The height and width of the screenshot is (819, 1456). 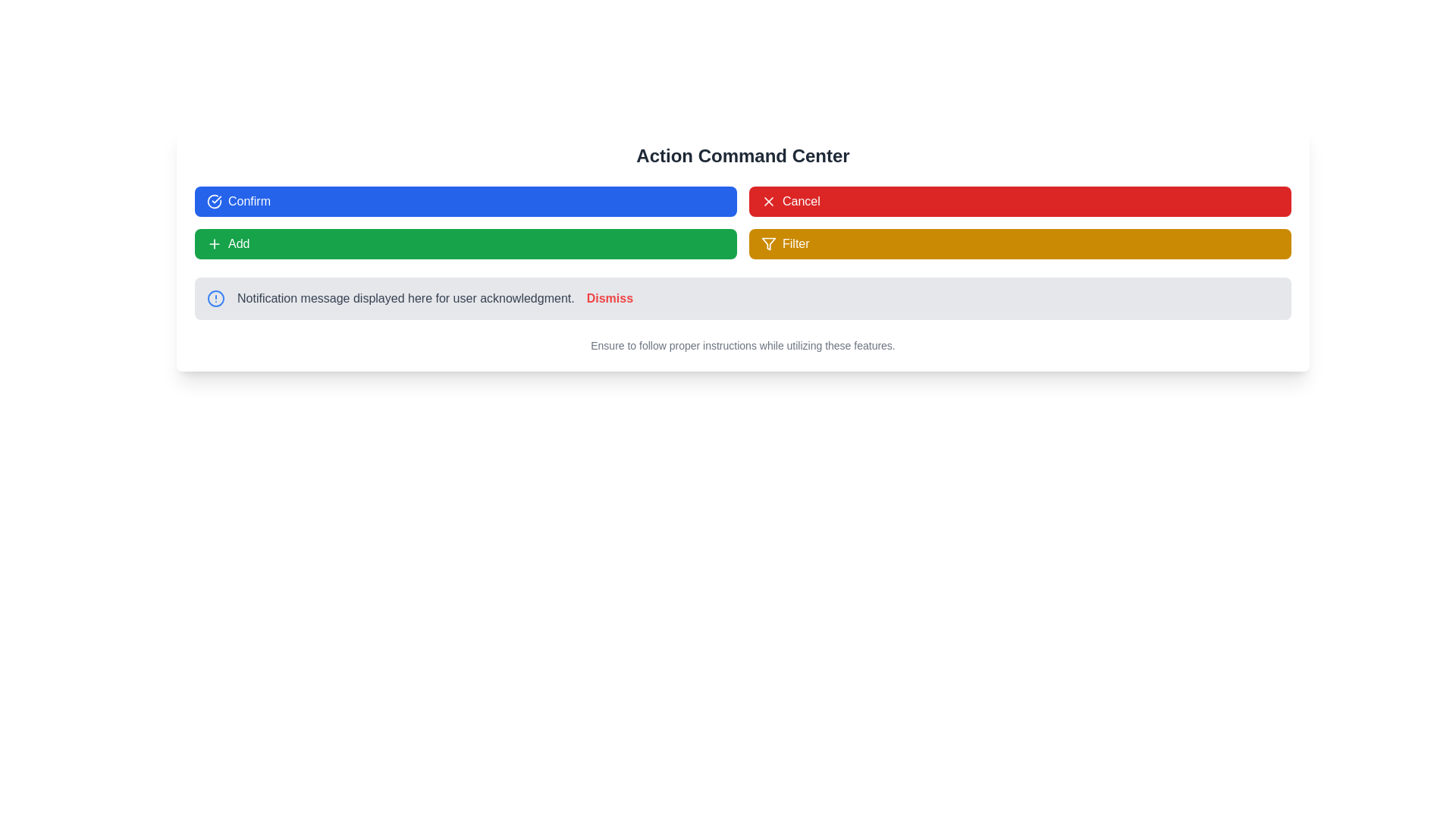 What do you see at coordinates (214, 243) in the screenshot?
I see `the center of the plus-shaped icon within the green 'Add' button` at bounding box center [214, 243].